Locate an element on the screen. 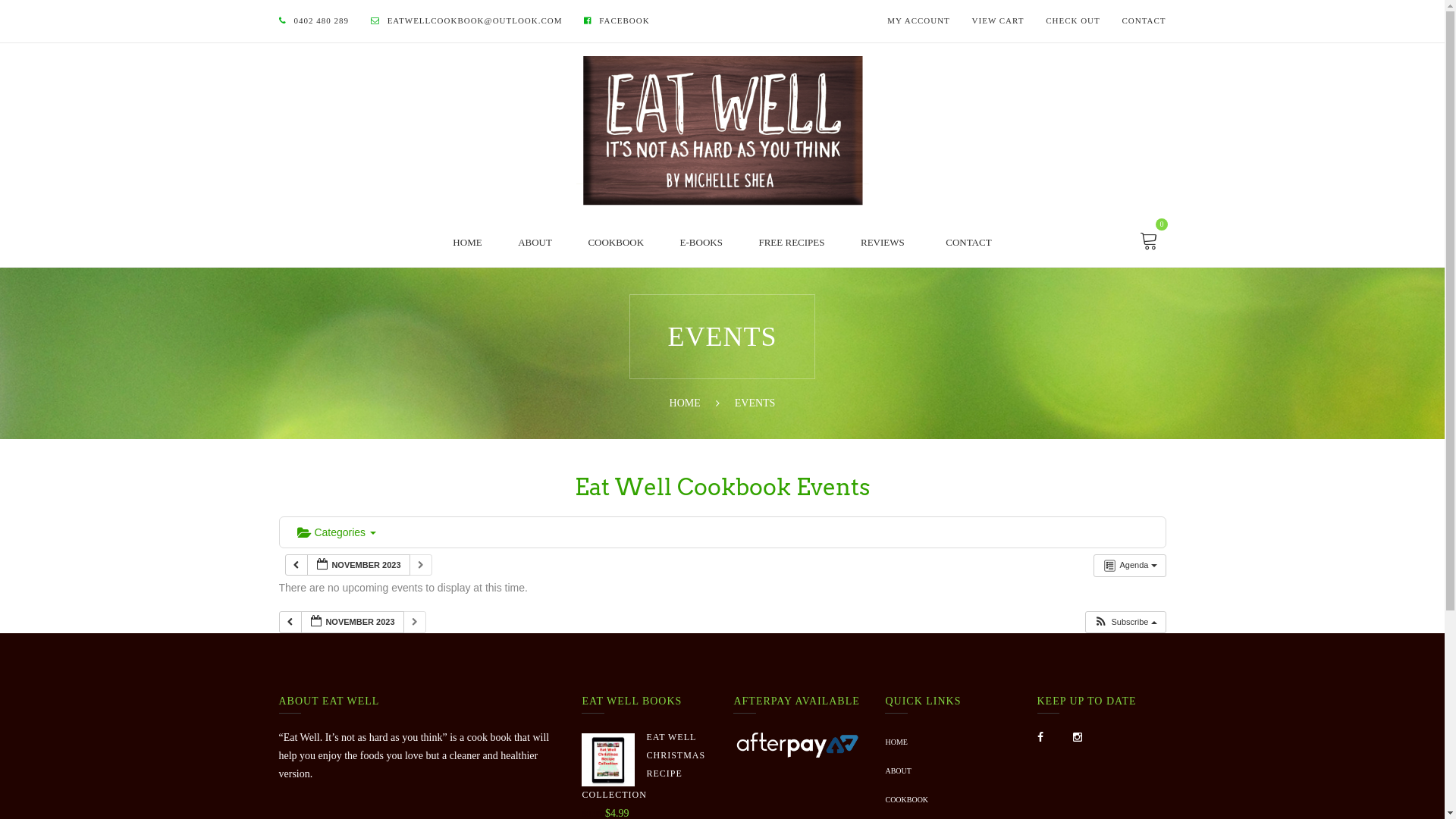 The image size is (1456, 819). 'NOVEMBER 2023' is located at coordinates (356, 565).